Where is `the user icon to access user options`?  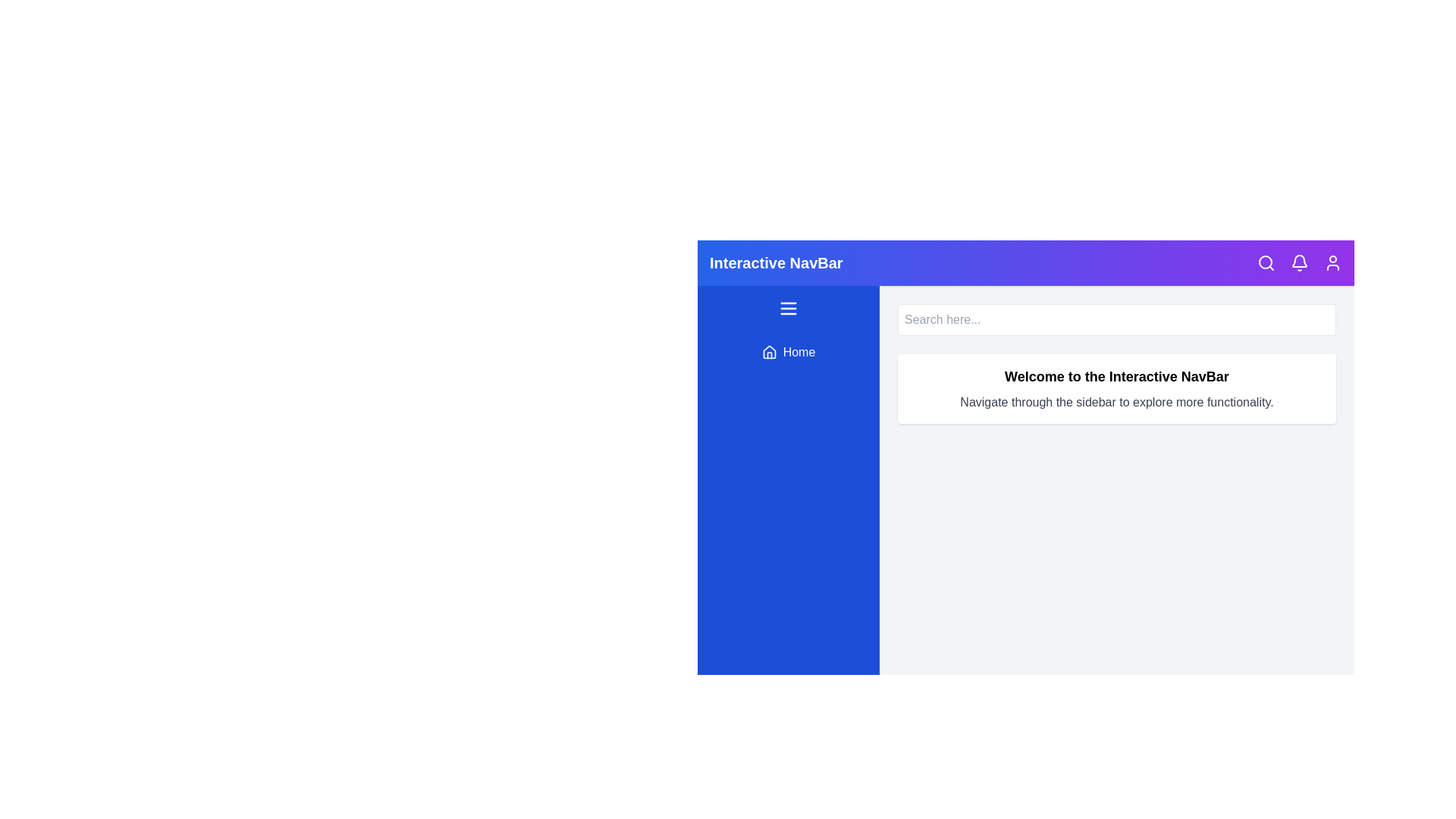 the user icon to access user options is located at coordinates (1332, 262).